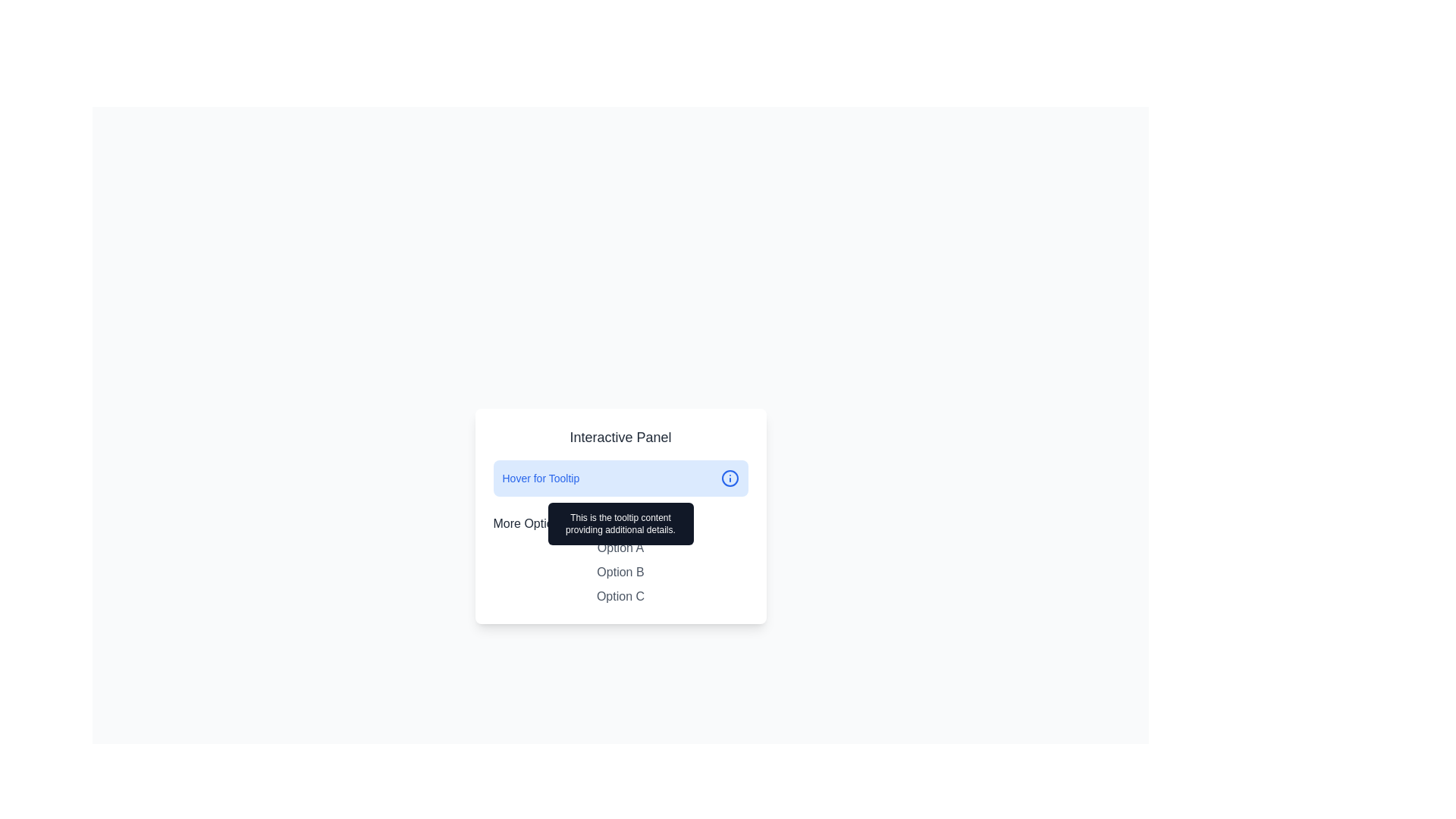  Describe the element at coordinates (620, 573) in the screenshot. I see `the text label displaying 'Option B', which is the second option in a vertically stacked list` at that location.